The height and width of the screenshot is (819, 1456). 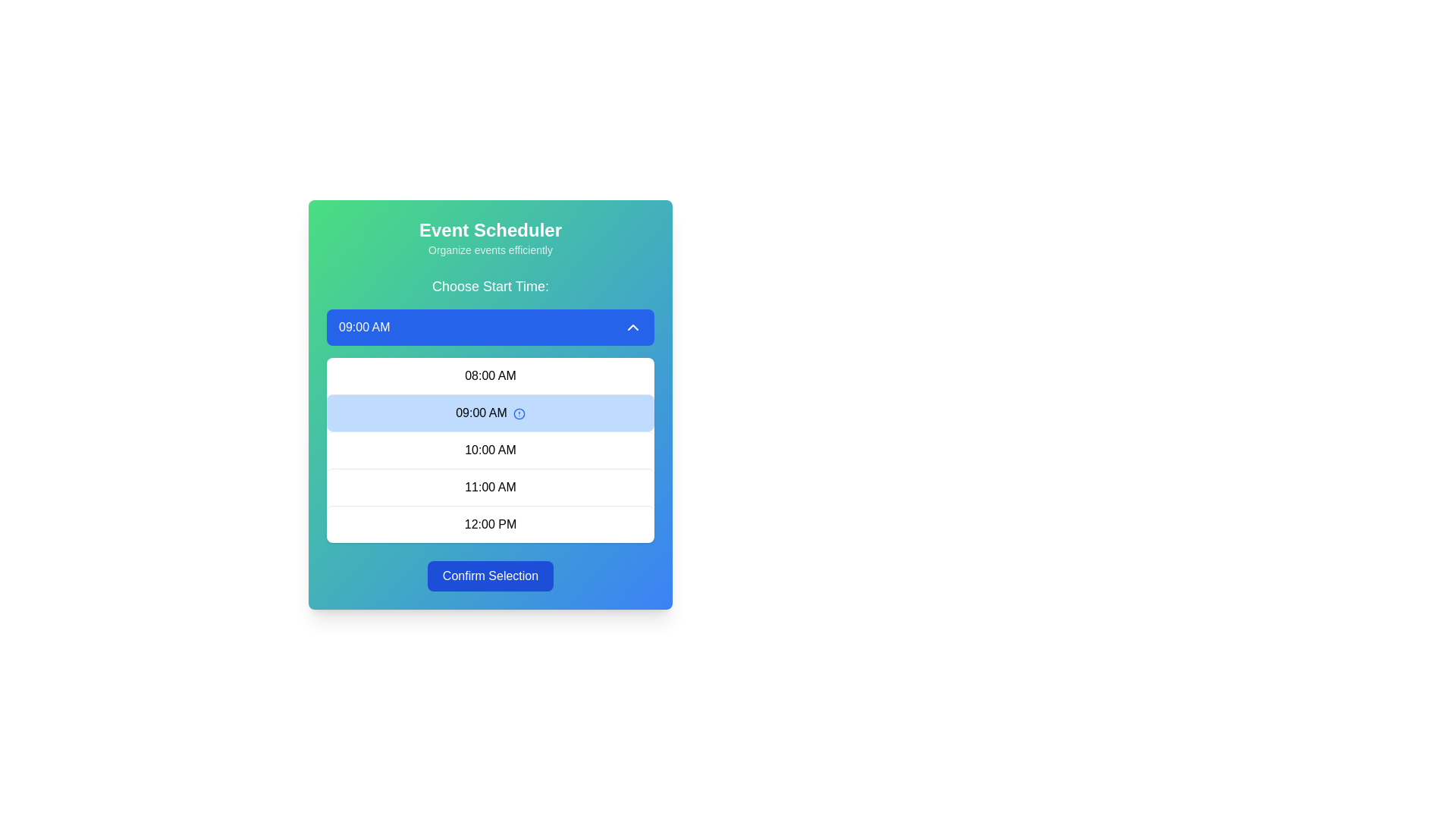 I want to click on the selectable time slot '12:00 PM' at the bottom of the dropdown menu, so click(x=491, y=522).